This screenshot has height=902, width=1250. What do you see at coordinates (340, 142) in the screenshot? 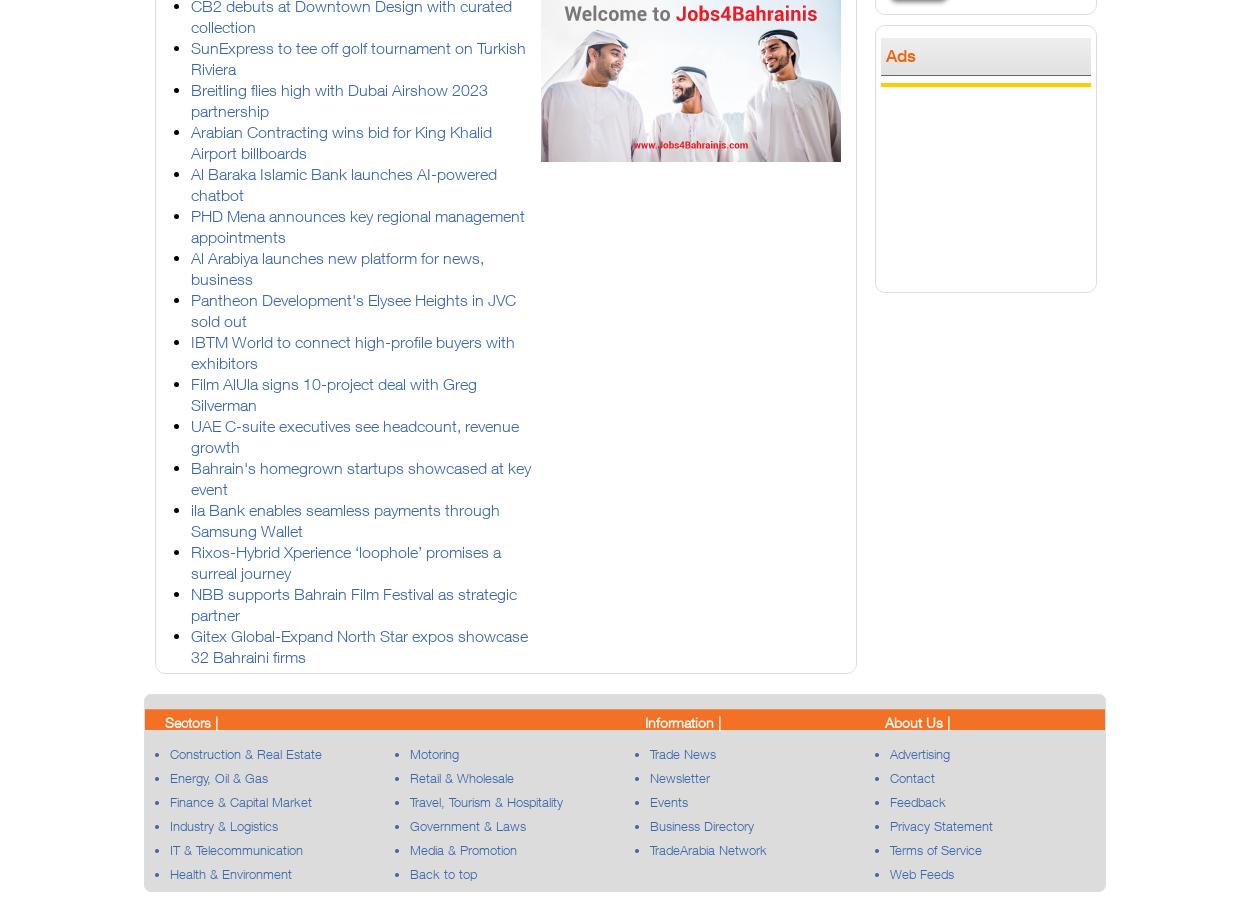
I see `'Arabian Contracting wins bid for King Khalid Airport billboards'` at bounding box center [340, 142].